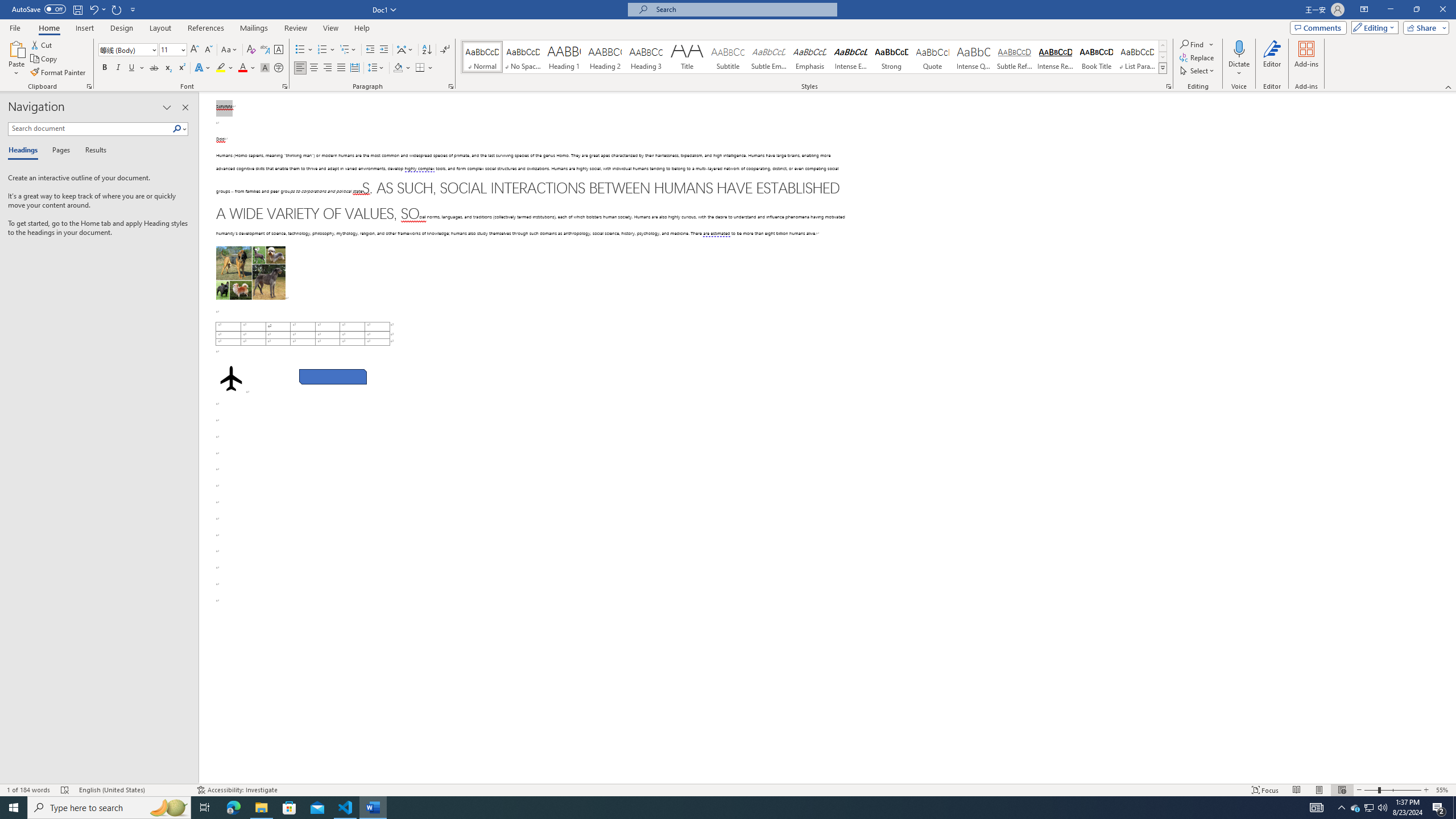 This screenshot has width=1456, height=819. I want to click on 'Editor', so click(1272, 59).